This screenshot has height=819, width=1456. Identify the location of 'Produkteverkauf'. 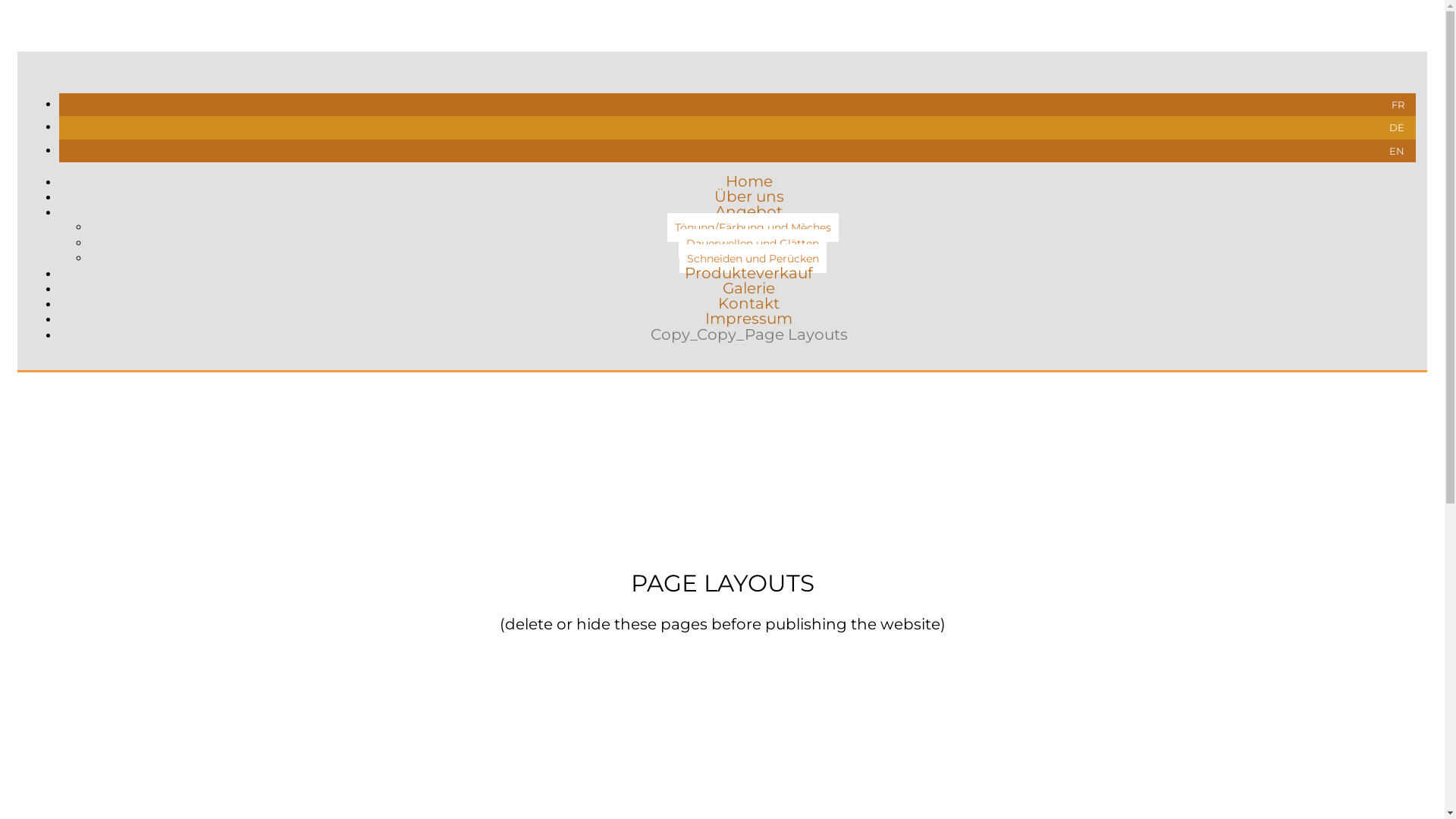
(748, 271).